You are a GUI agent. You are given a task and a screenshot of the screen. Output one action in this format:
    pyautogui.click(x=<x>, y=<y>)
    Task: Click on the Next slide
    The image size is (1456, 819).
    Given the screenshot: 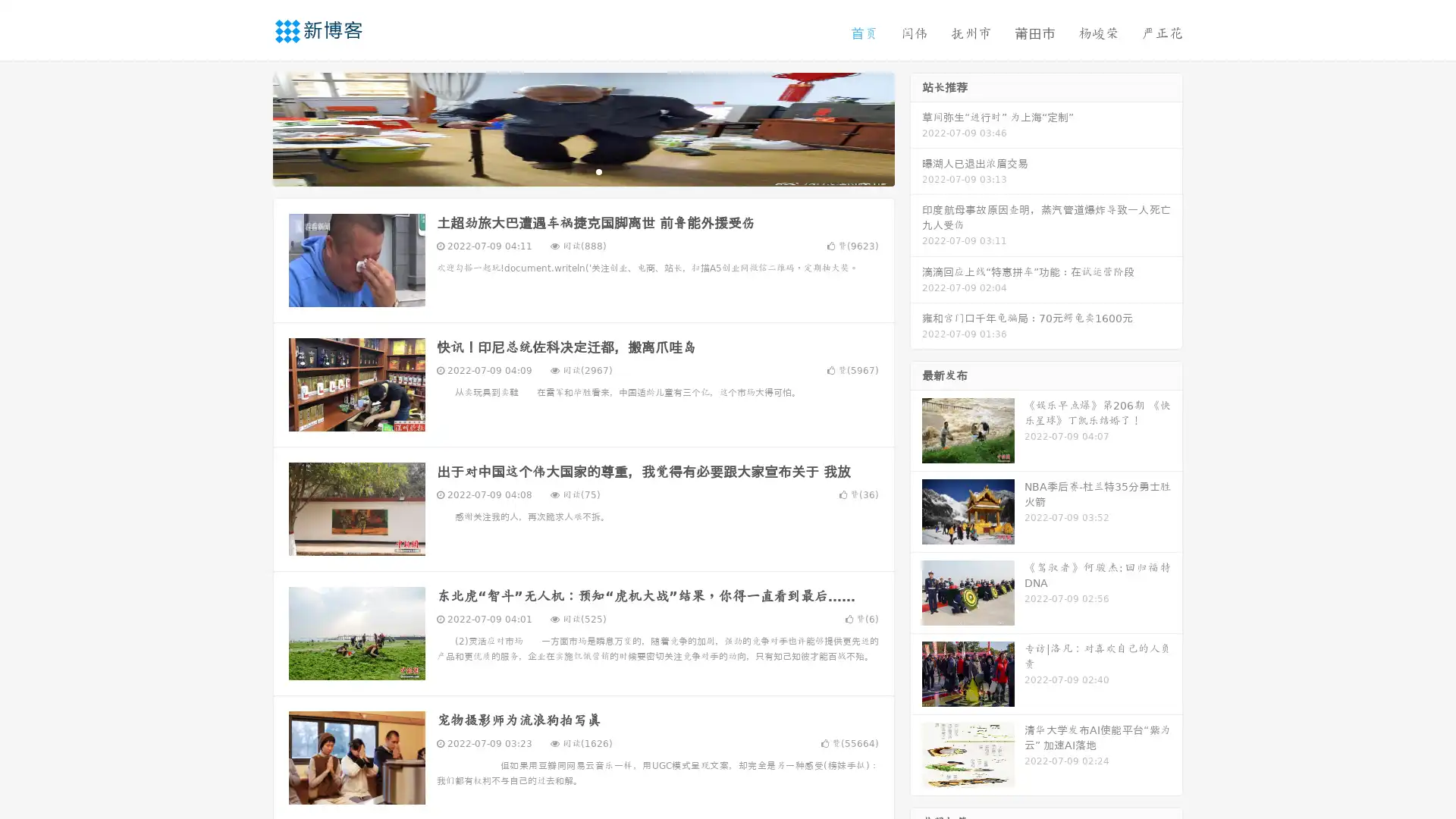 What is the action you would take?
    pyautogui.click(x=916, y=127)
    